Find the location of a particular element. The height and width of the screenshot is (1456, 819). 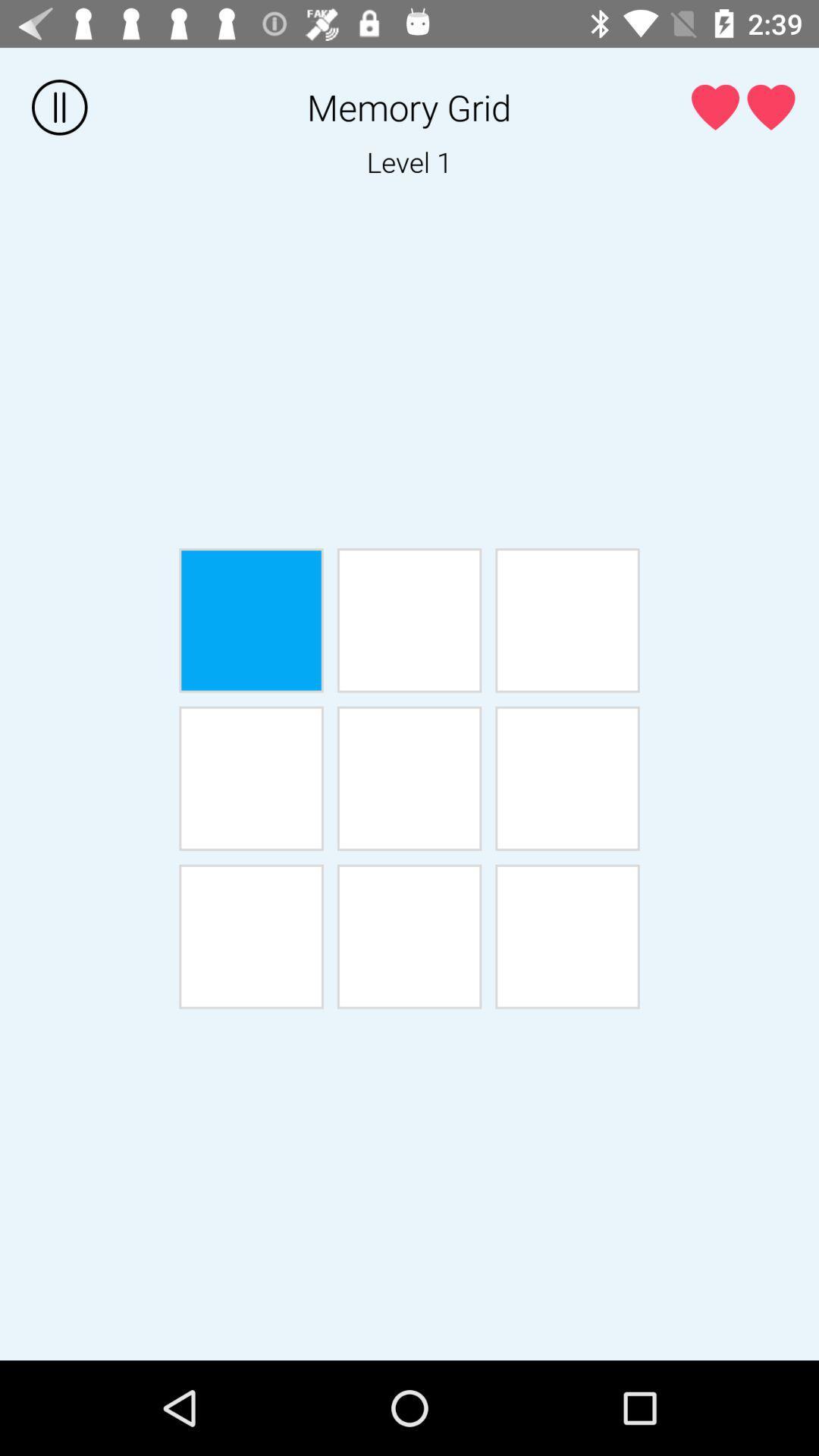

box is located at coordinates (409, 620).